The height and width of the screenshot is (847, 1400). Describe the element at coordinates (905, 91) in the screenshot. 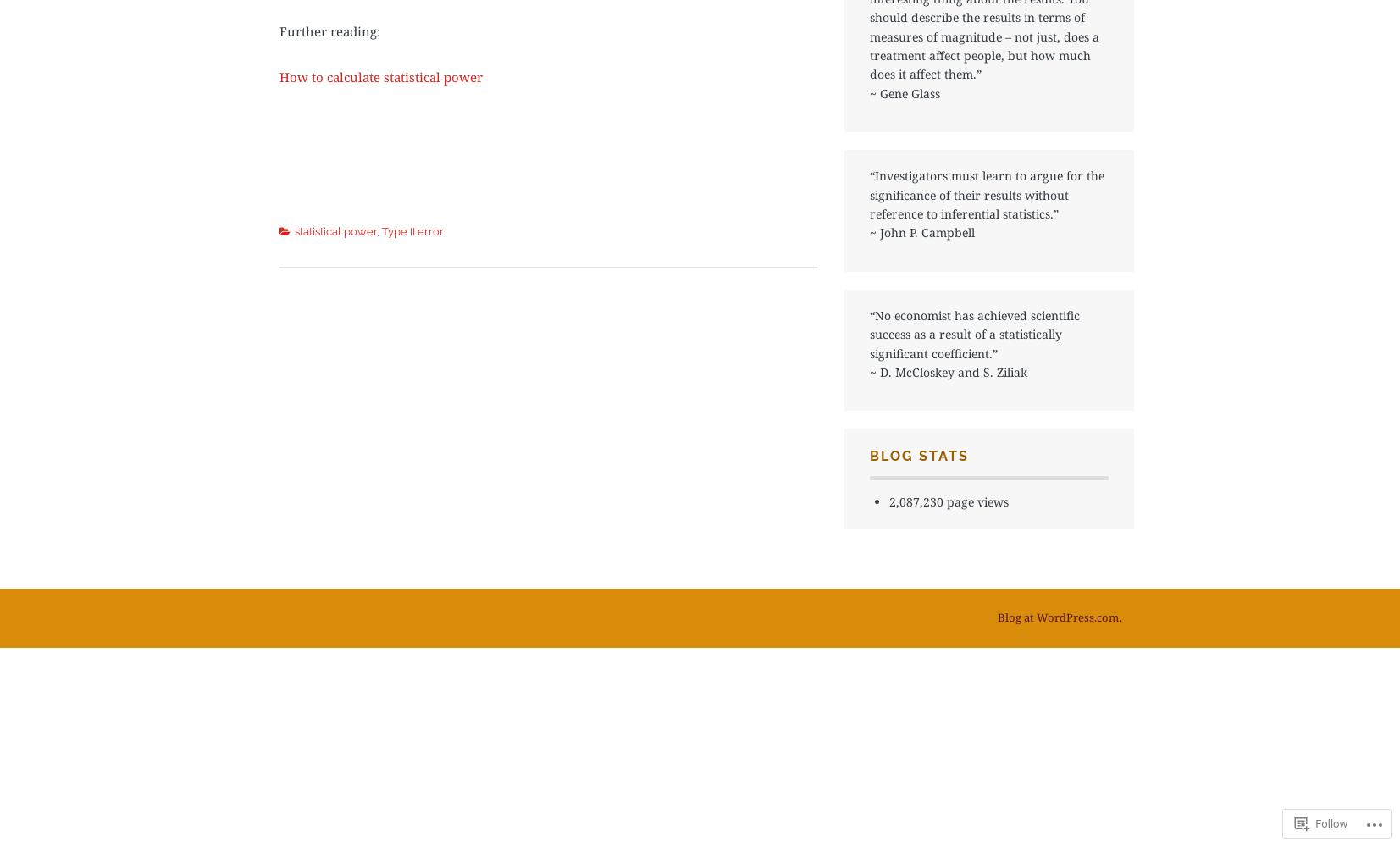

I see `'~ Gene Glass'` at that location.